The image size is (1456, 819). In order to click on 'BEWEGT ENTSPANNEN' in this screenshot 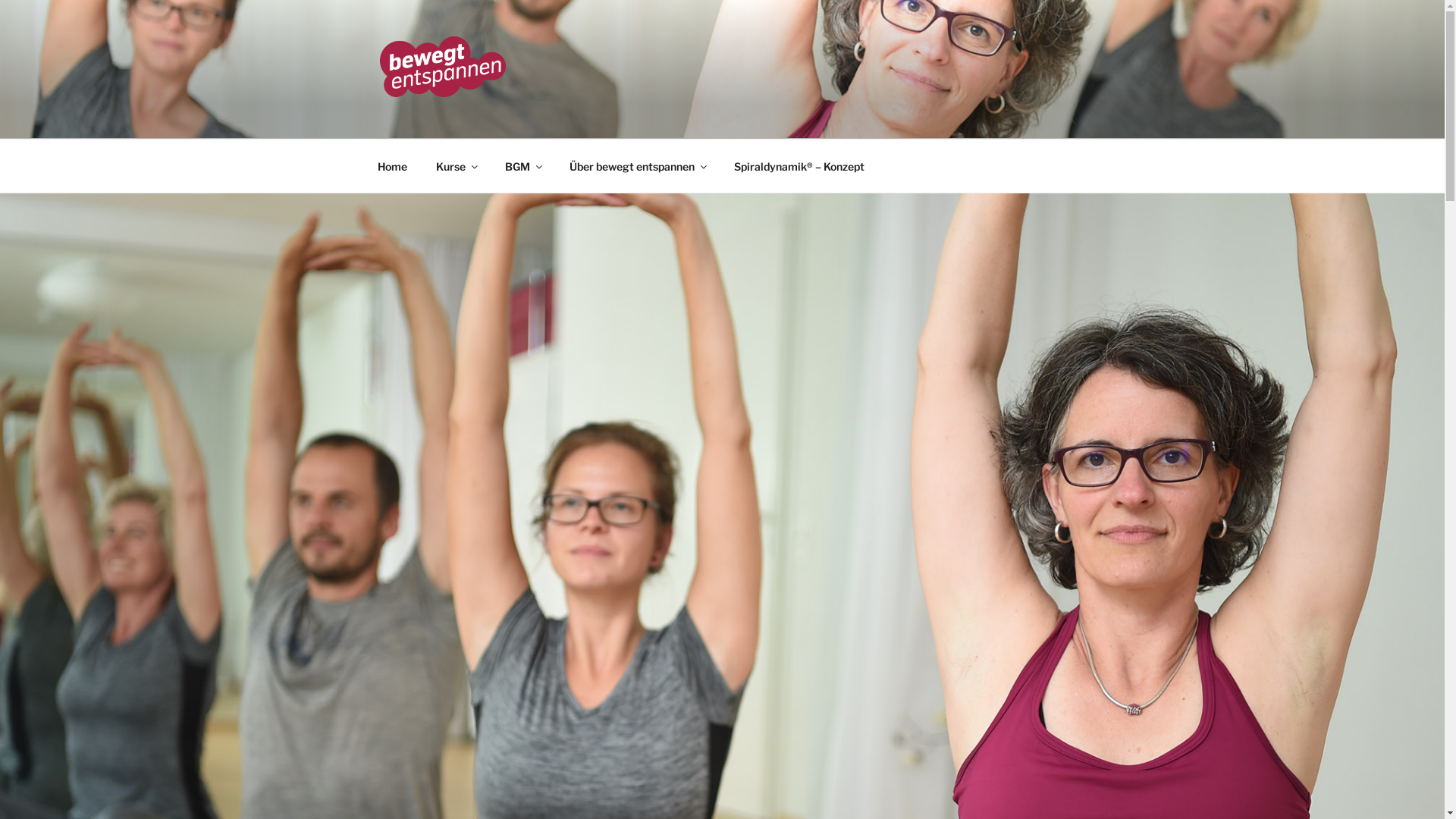, I will do `click(557, 118)`.